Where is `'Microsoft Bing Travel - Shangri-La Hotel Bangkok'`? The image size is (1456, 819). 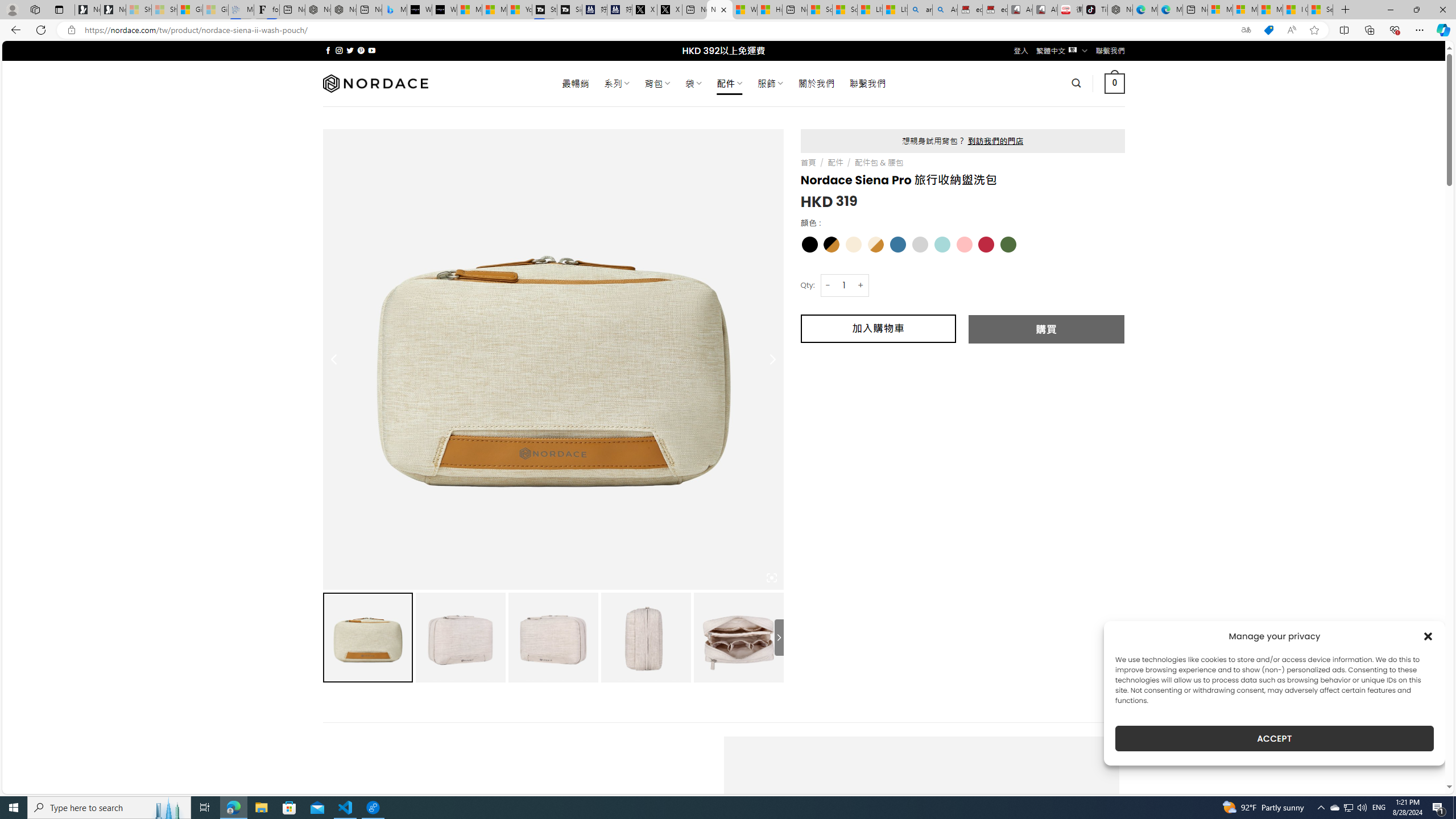 'Microsoft Bing Travel - Shangri-La Hotel Bangkok' is located at coordinates (394, 9).